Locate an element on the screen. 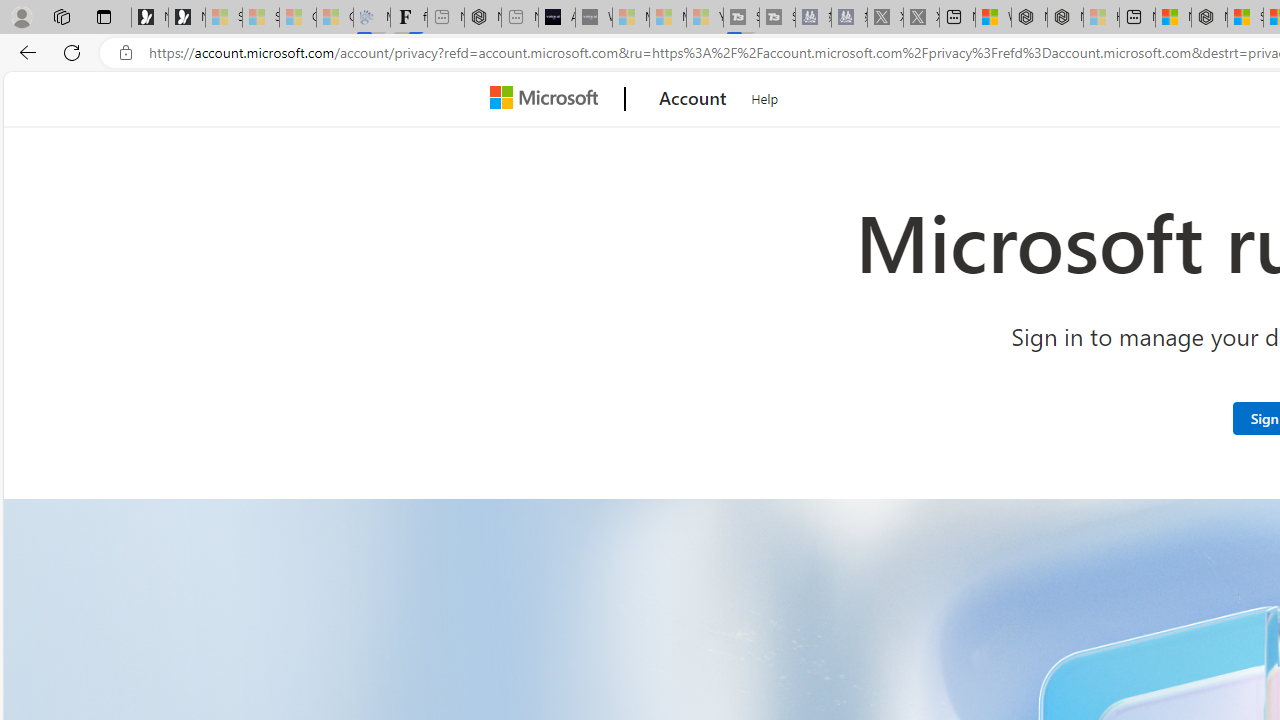 This screenshot has height=720, width=1280. 'Help' is located at coordinates (764, 96).